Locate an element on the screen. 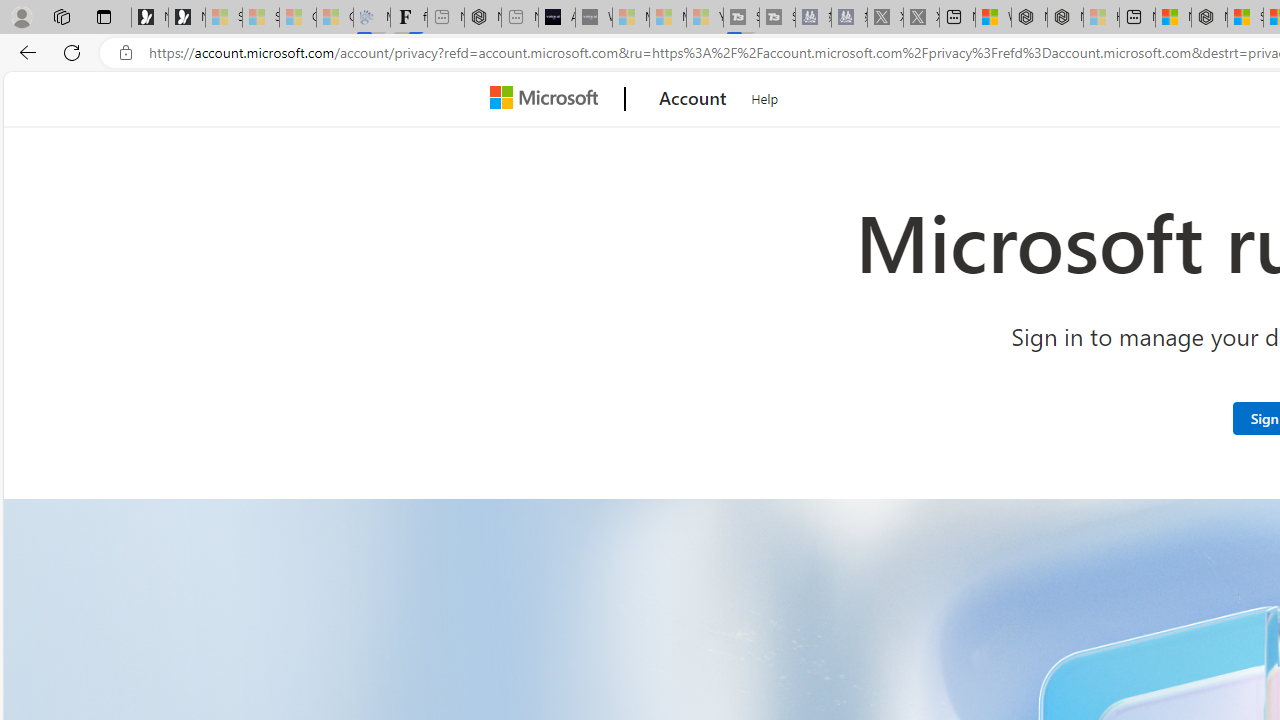 This screenshot has height=720, width=1280. 'Help' is located at coordinates (764, 96).